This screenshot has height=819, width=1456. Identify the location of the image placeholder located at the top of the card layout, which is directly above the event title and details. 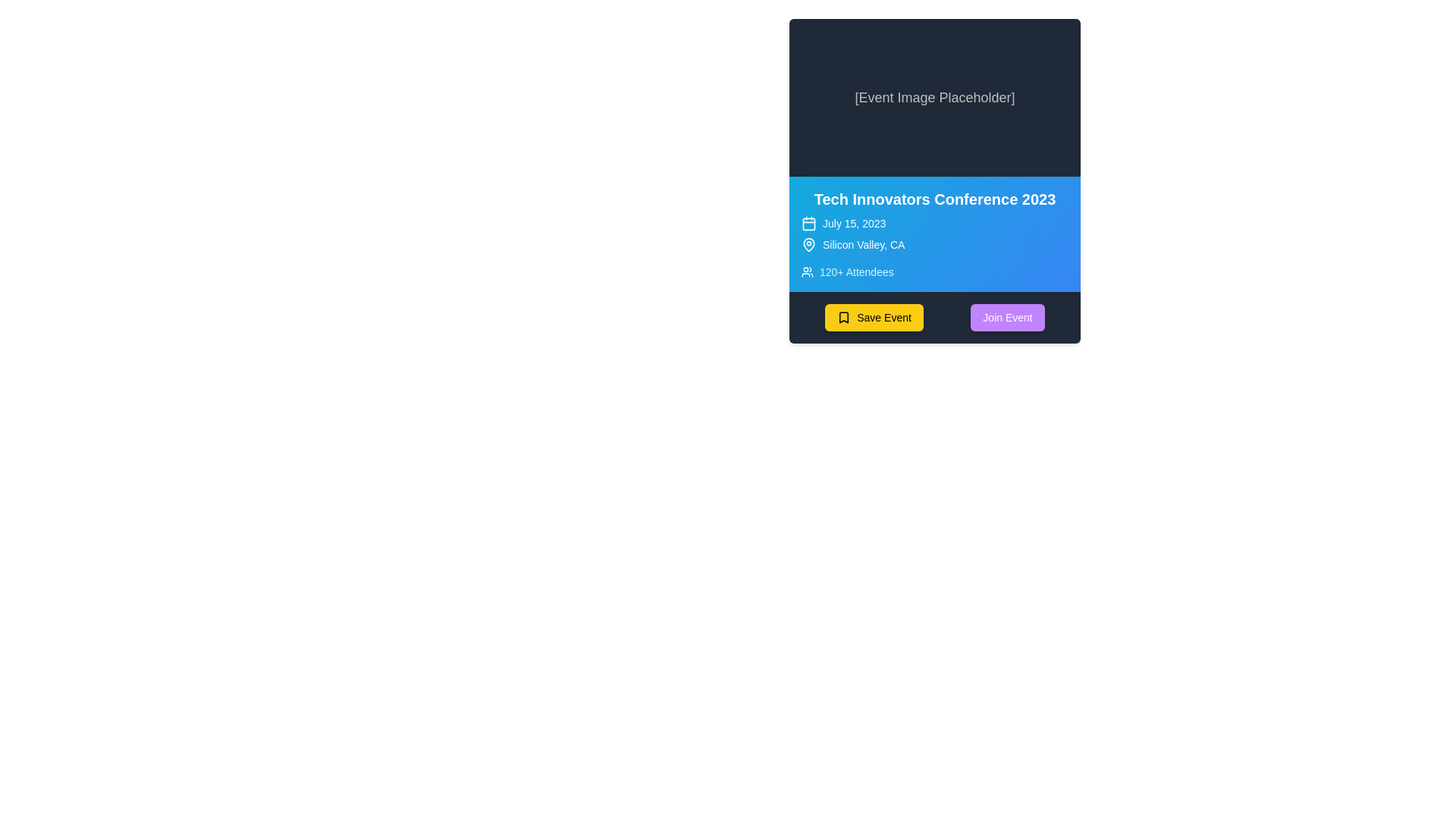
(934, 97).